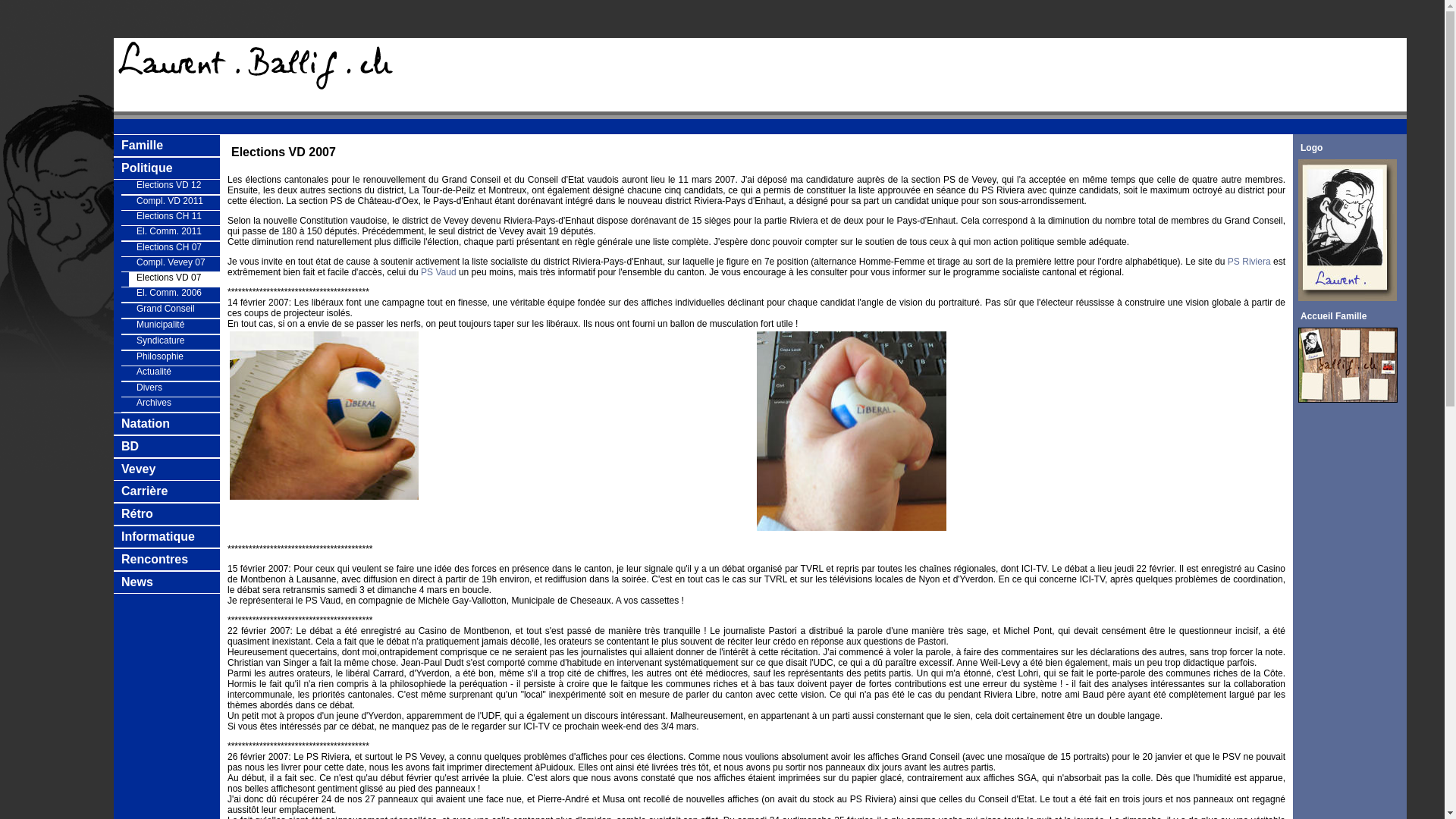 This screenshot has height=819, width=1456. What do you see at coordinates (171, 168) in the screenshot?
I see `'Politique'` at bounding box center [171, 168].